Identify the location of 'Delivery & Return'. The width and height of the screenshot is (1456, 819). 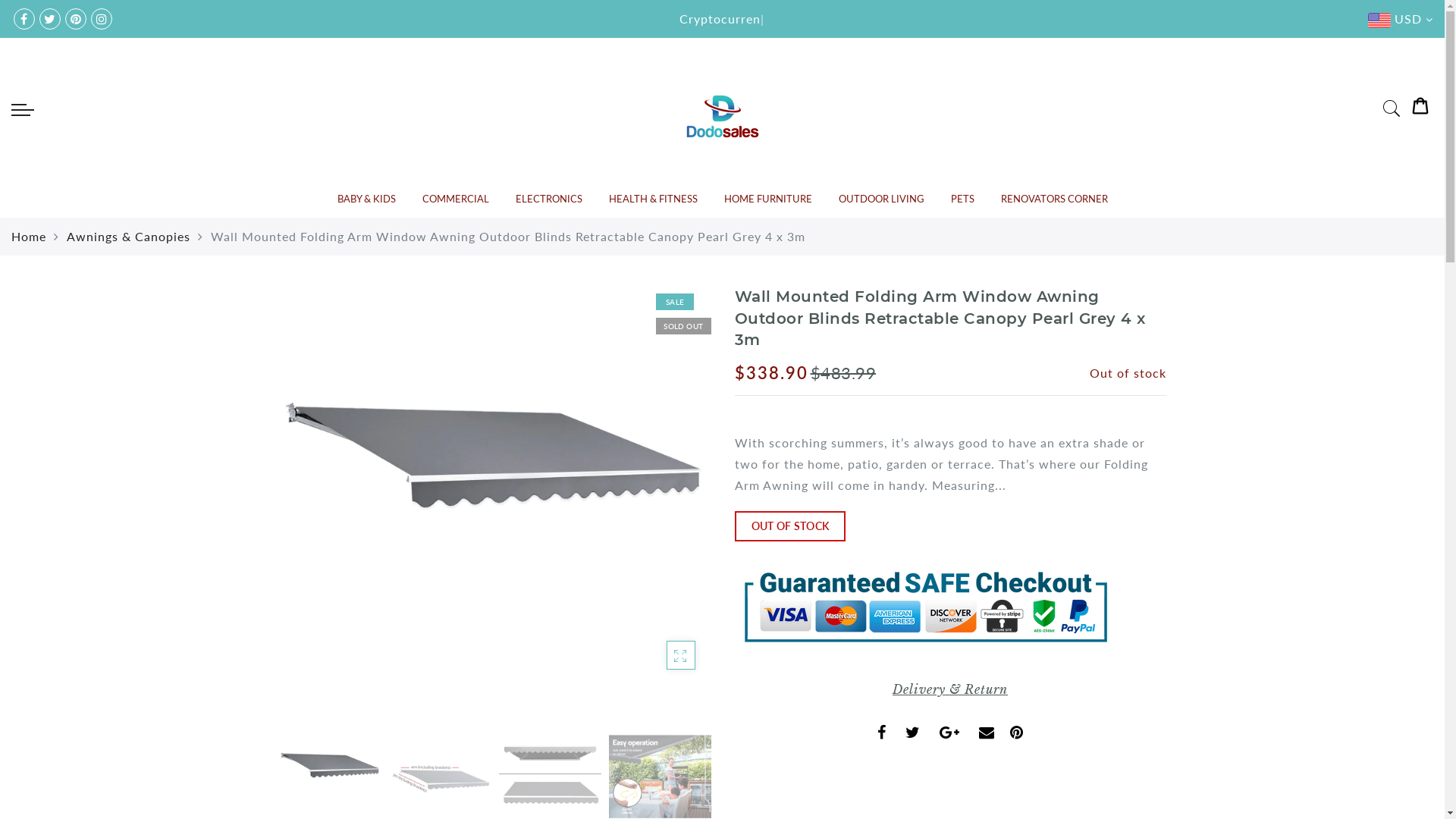
(949, 689).